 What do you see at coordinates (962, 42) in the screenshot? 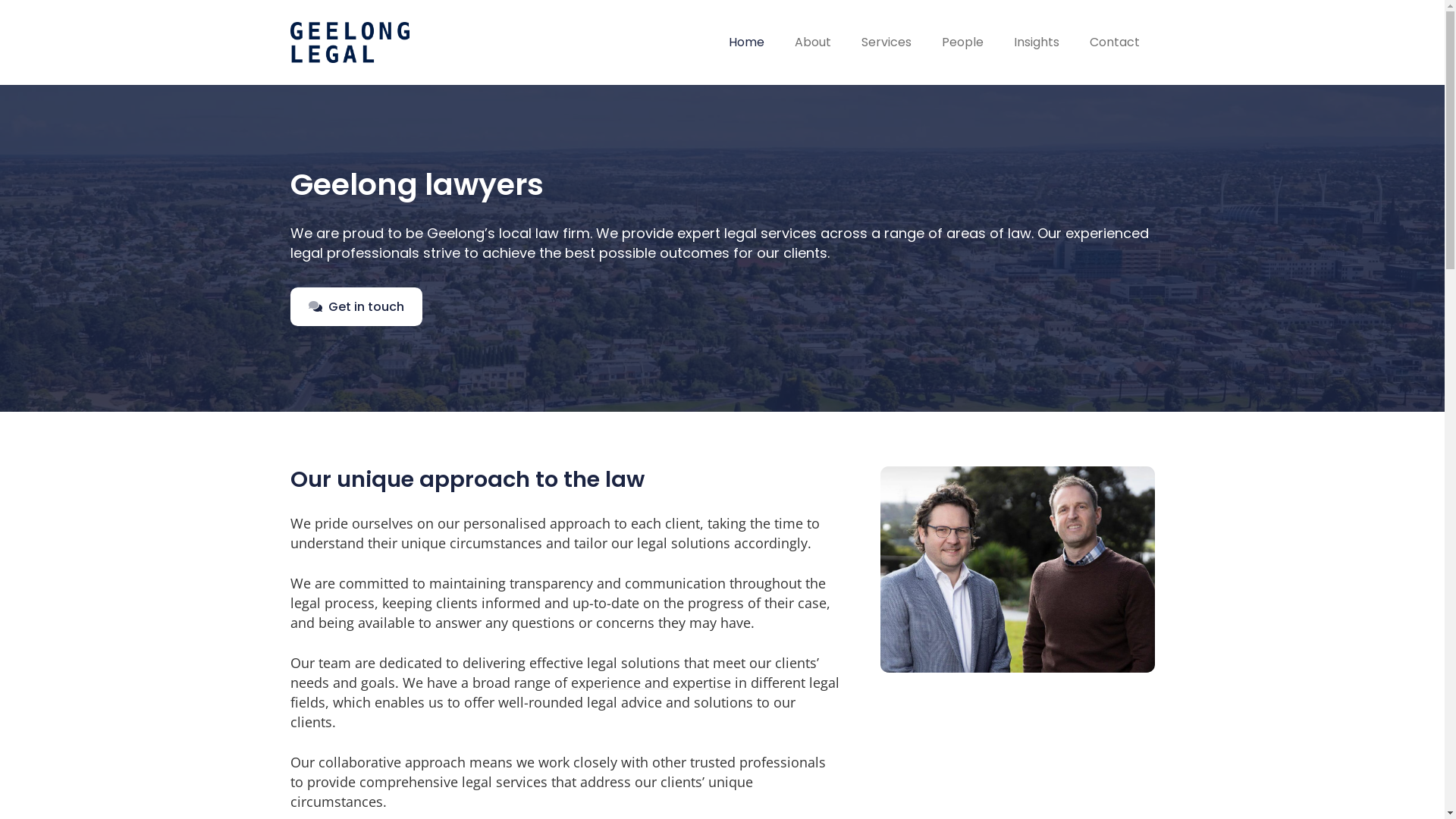
I see `'People'` at bounding box center [962, 42].